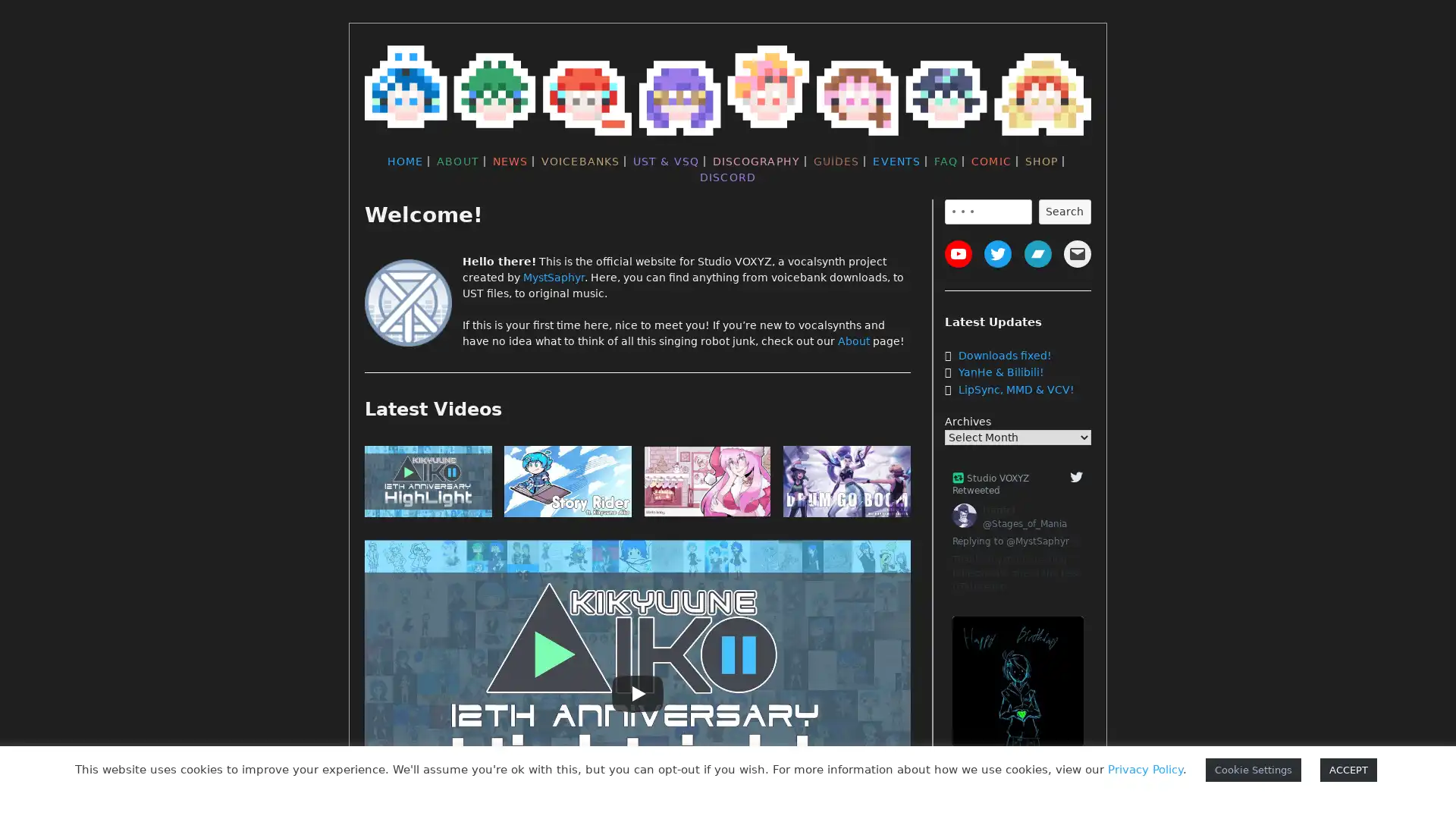 The width and height of the screenshot is (1456, 819). Describe the element at coordinates (846, 485) in the screenshot. I see `play` at that location.